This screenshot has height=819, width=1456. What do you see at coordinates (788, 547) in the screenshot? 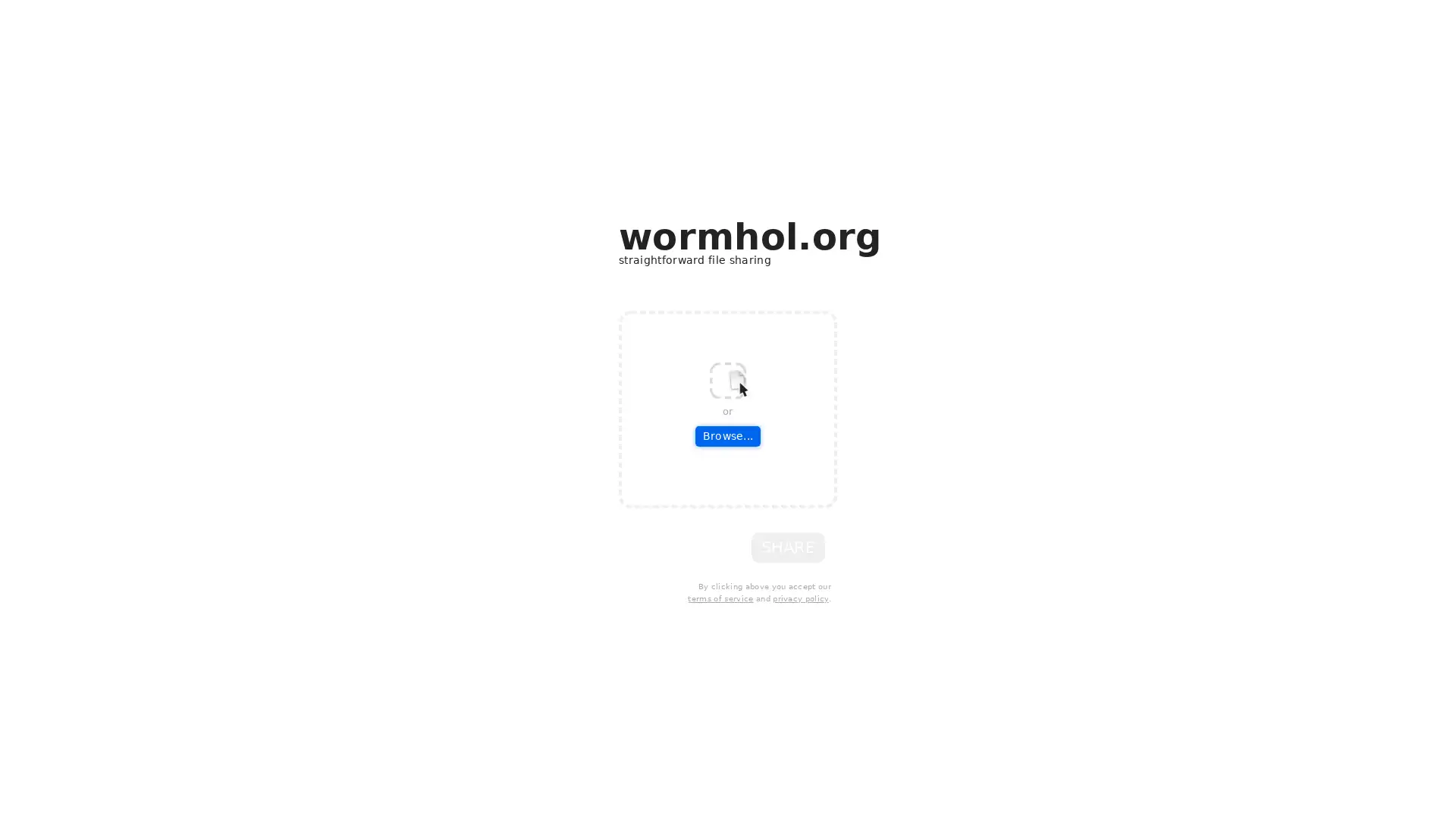
I see `SHARE` at bounding box center [788, 547].